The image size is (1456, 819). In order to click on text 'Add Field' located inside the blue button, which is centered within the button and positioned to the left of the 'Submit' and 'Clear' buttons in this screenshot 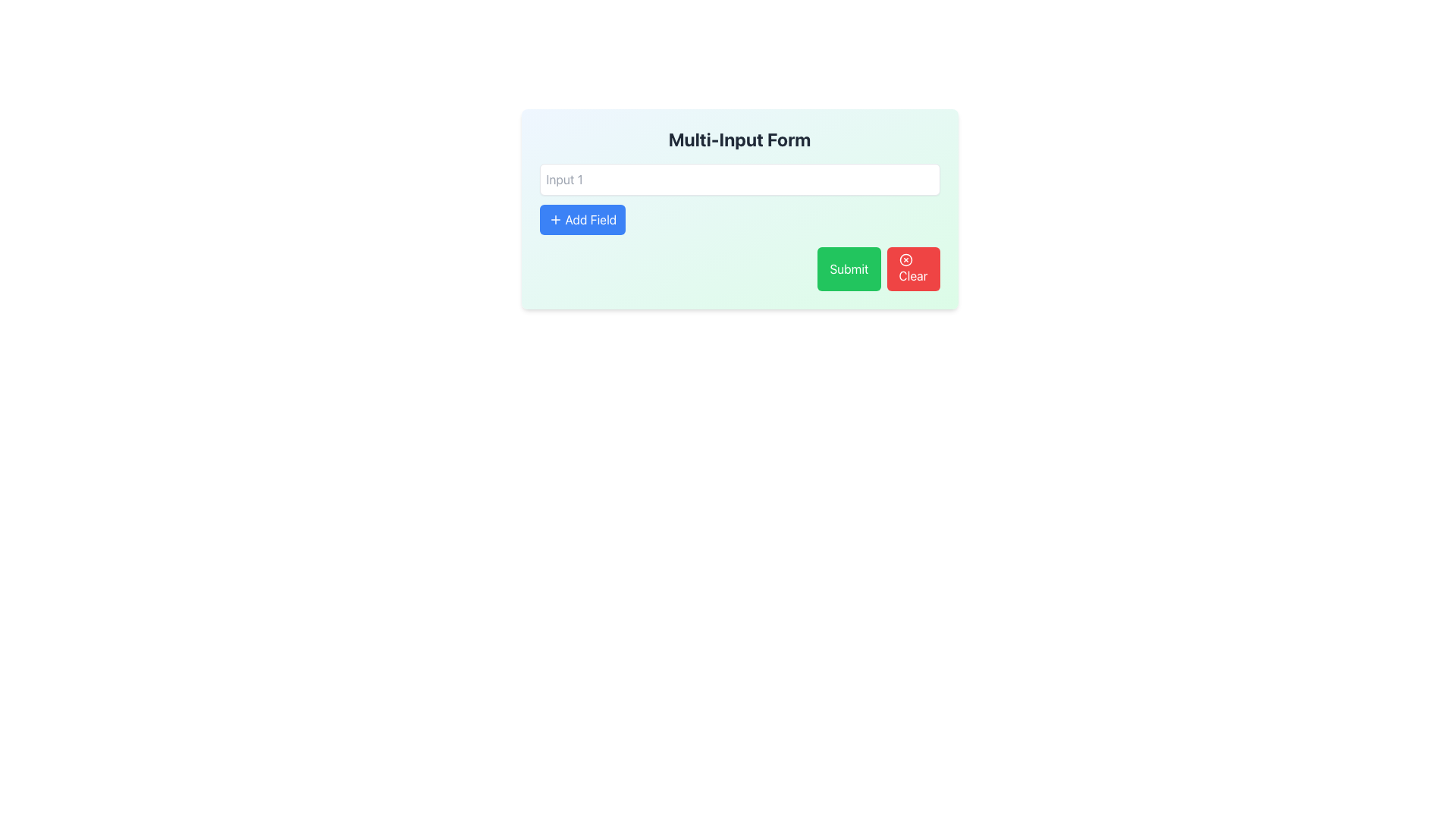, I will do `click(590, 219)`.